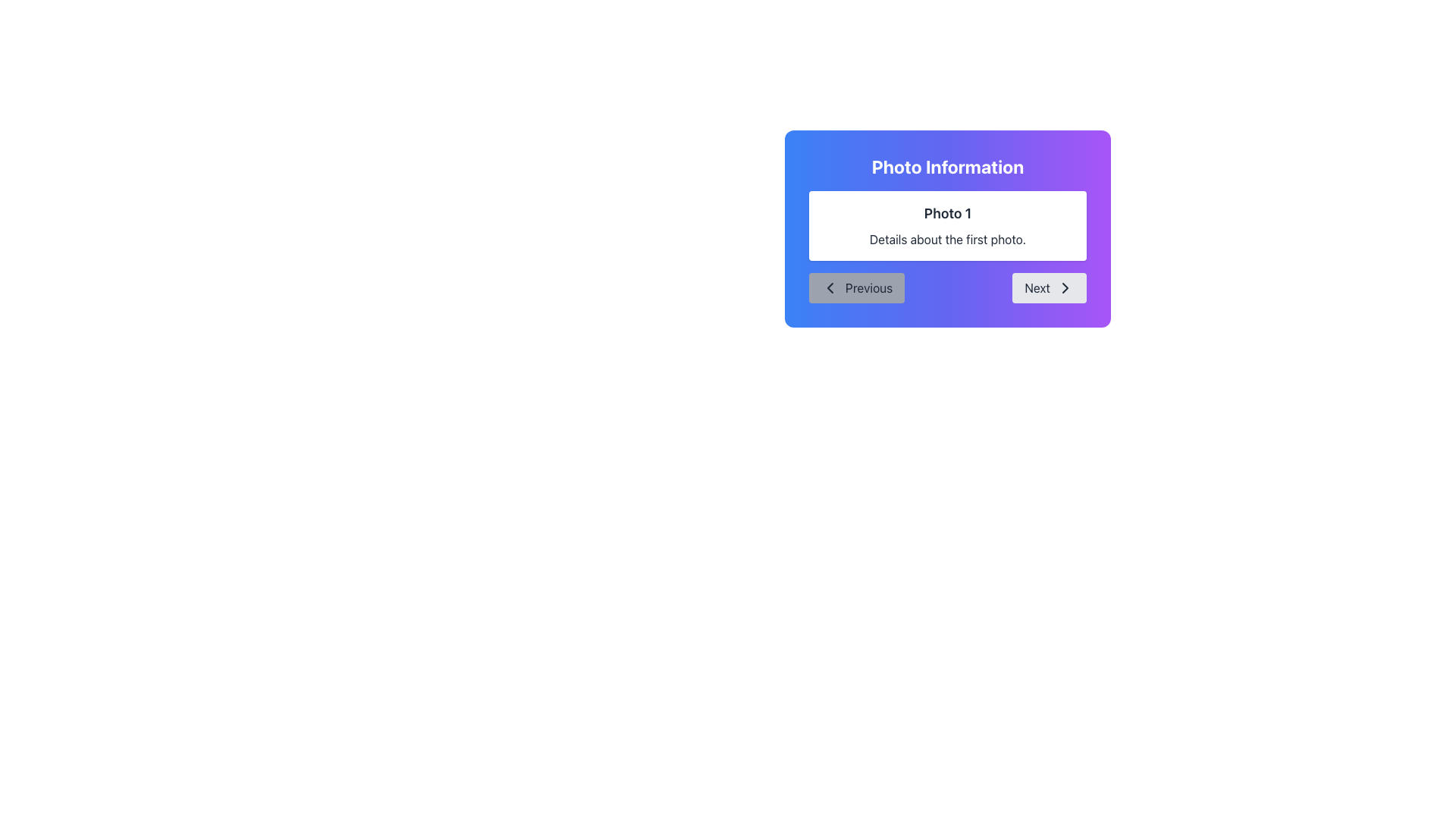 Image resolution: width=1456 pixels, height=819 pixels. What do you see at coordinates (946, 213) in the screenshot?
I see `text label stating 'Photo 1' which is large, bold, and centrally aligned above the explanatory text in the card component` at bounding box center [946, 213].